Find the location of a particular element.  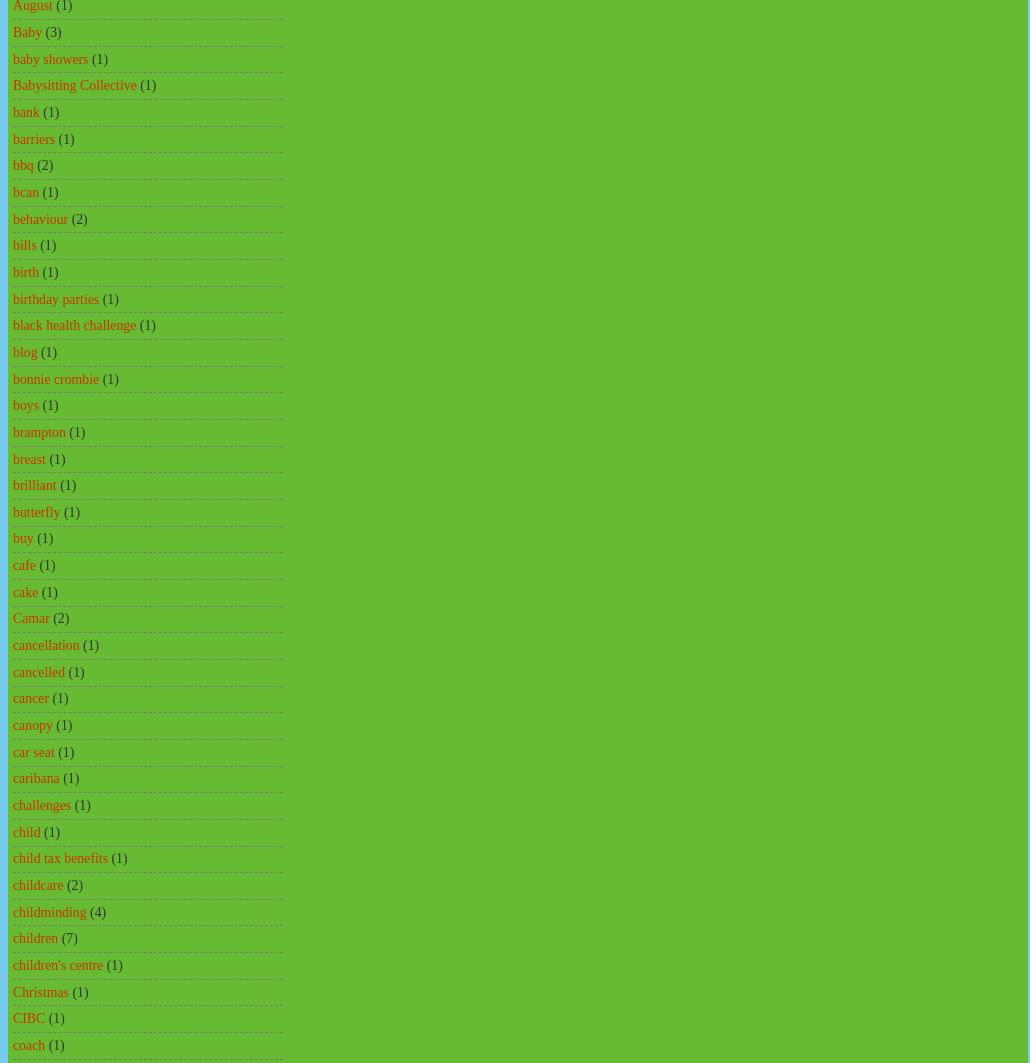

'bank' is located at coordinates (25, 111).